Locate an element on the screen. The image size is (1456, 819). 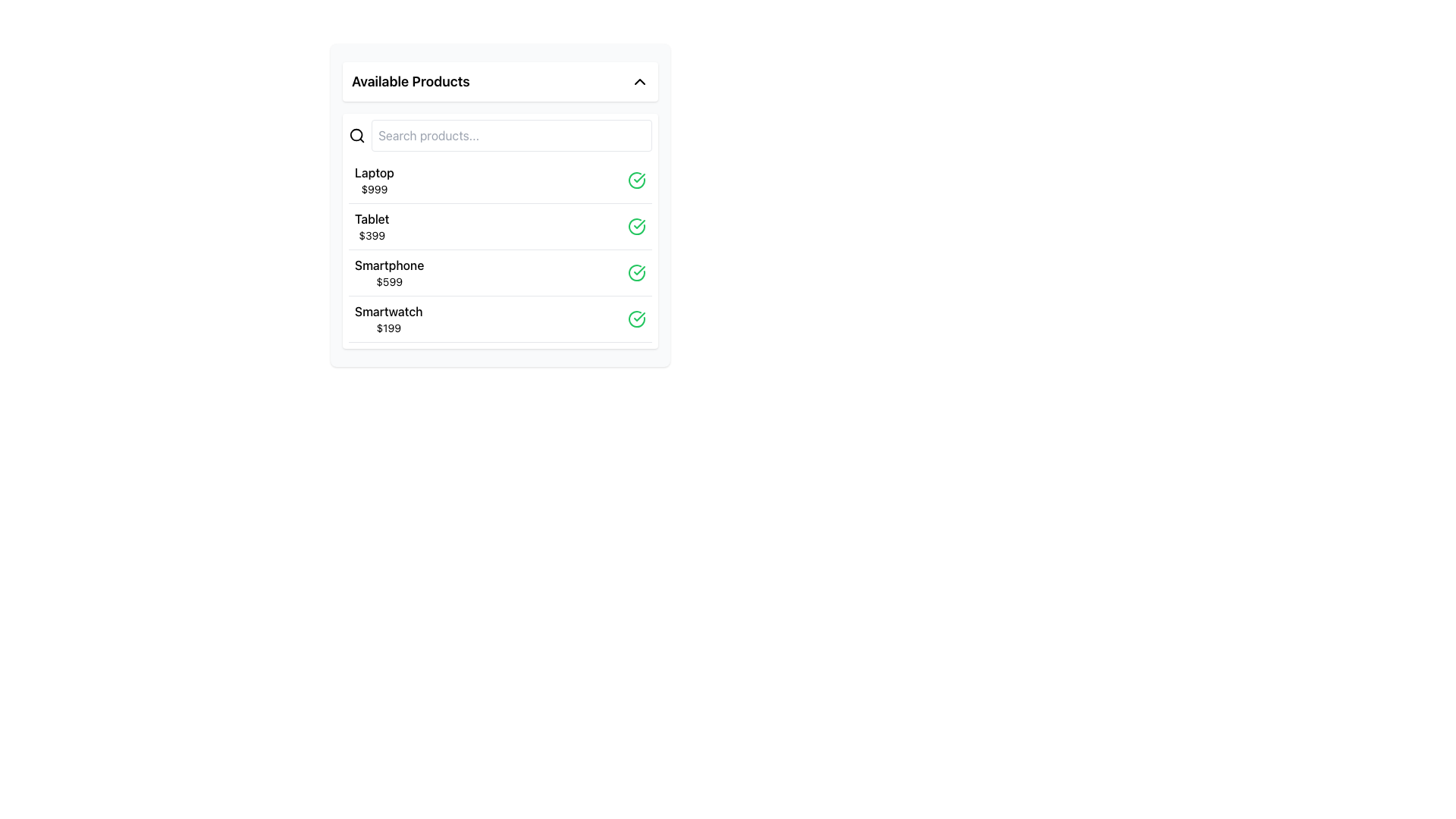
the visual state of the checkmark icon located to the right of the textual description and price line of the 'Tablet' product entry is located at coordinates (639, 224).